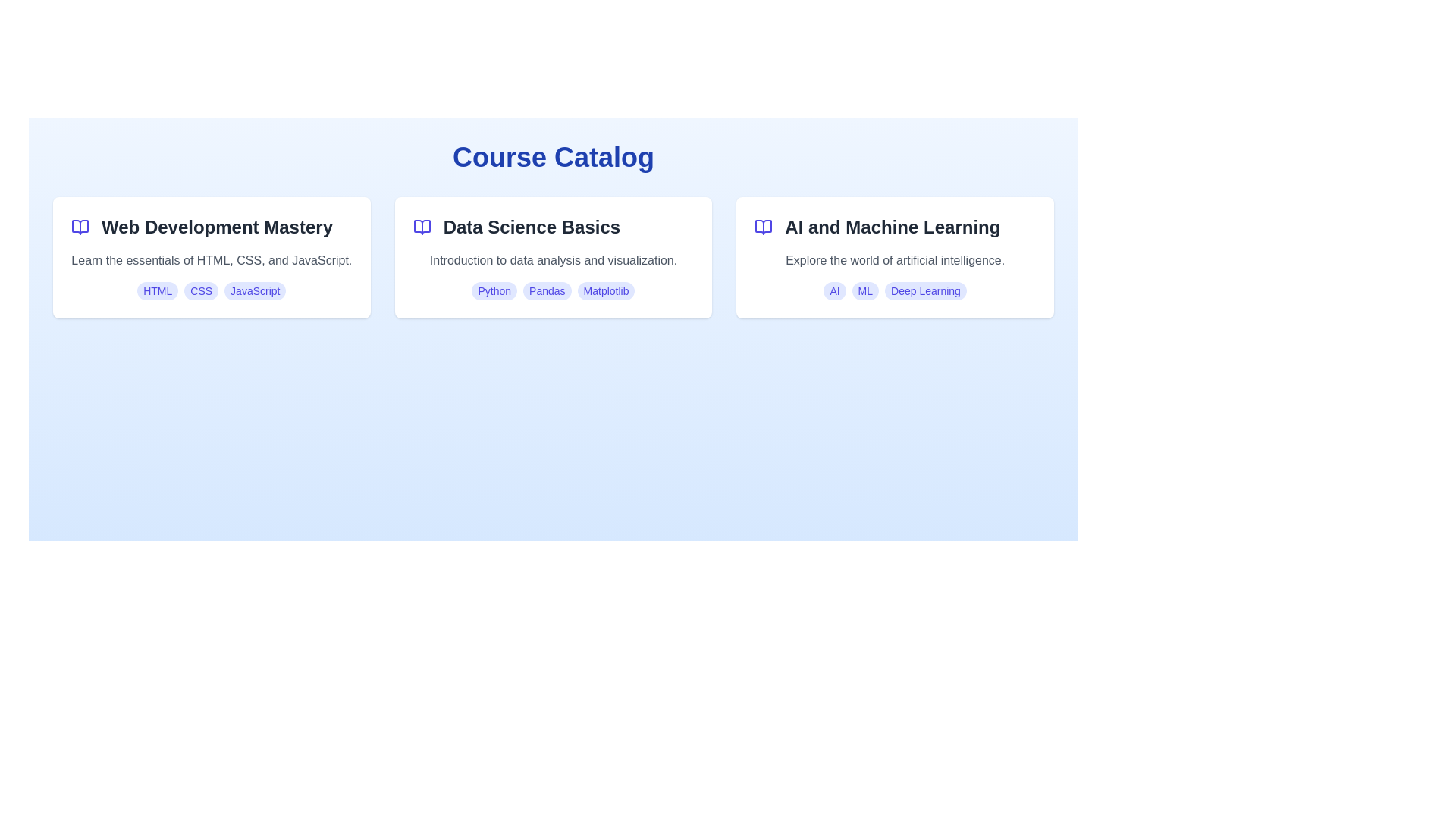 The width and height of the screenshot is (1456, 819). I want to click on the 'CSS' tag within the 'Web Development Mastery' section, which is located between the 'HTML' and 'JavaScript' badges, so click(200, 291).